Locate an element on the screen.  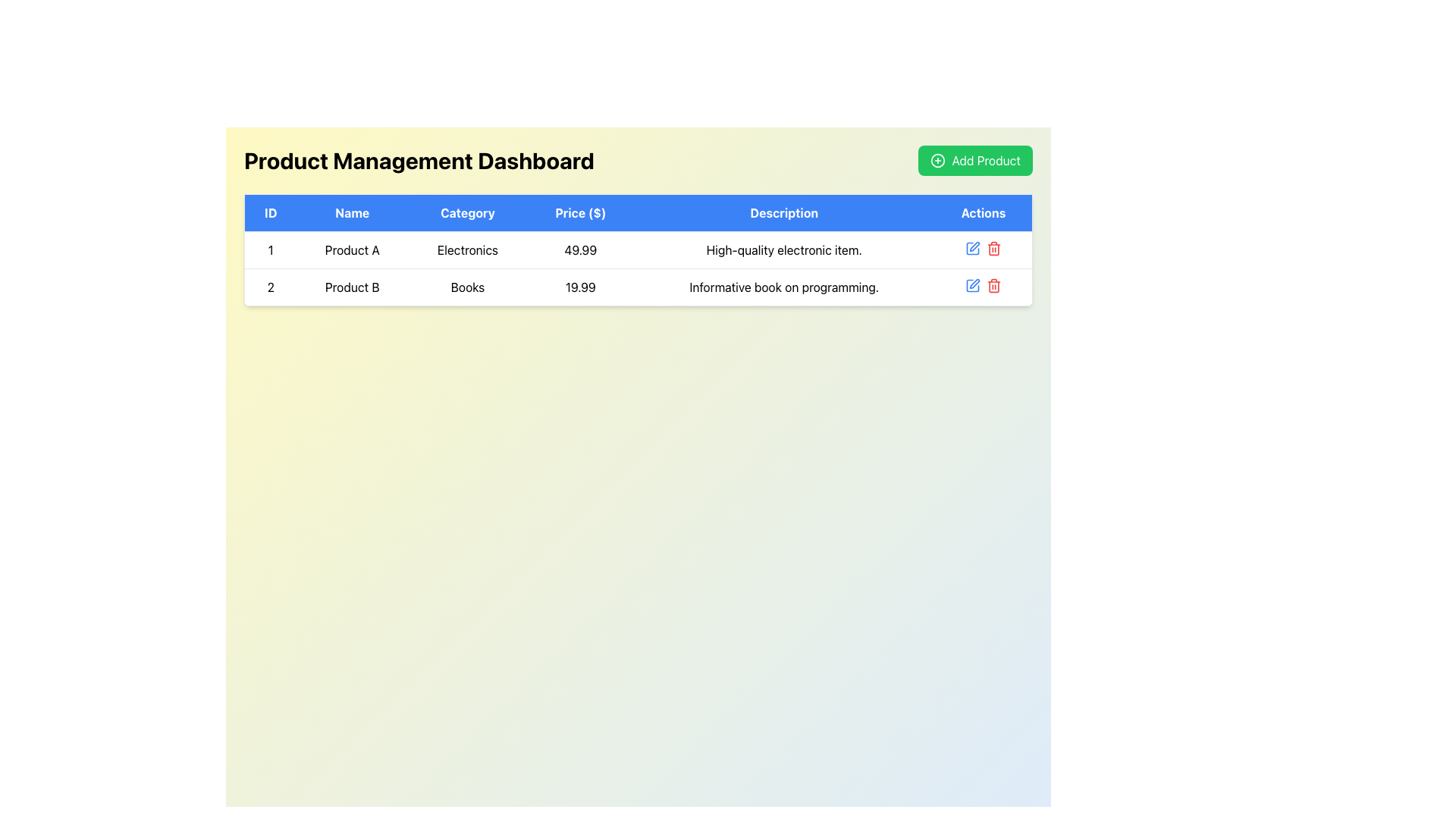
the edit icon located in the 'Actions' column of the second row in the table is located at coordinates (974, 284).